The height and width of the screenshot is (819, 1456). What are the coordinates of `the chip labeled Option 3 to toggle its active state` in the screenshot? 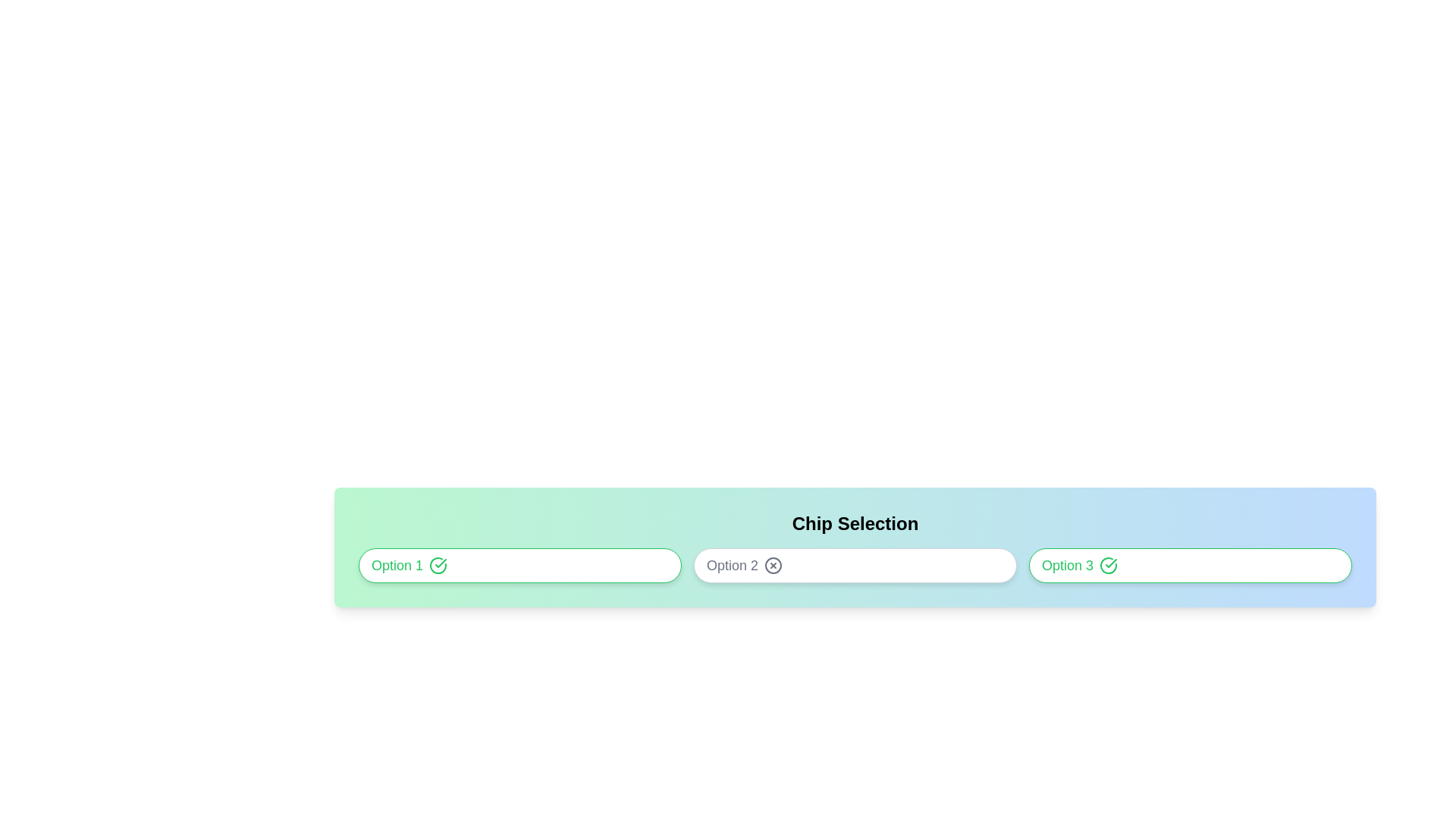 It's located at (1189, 565).